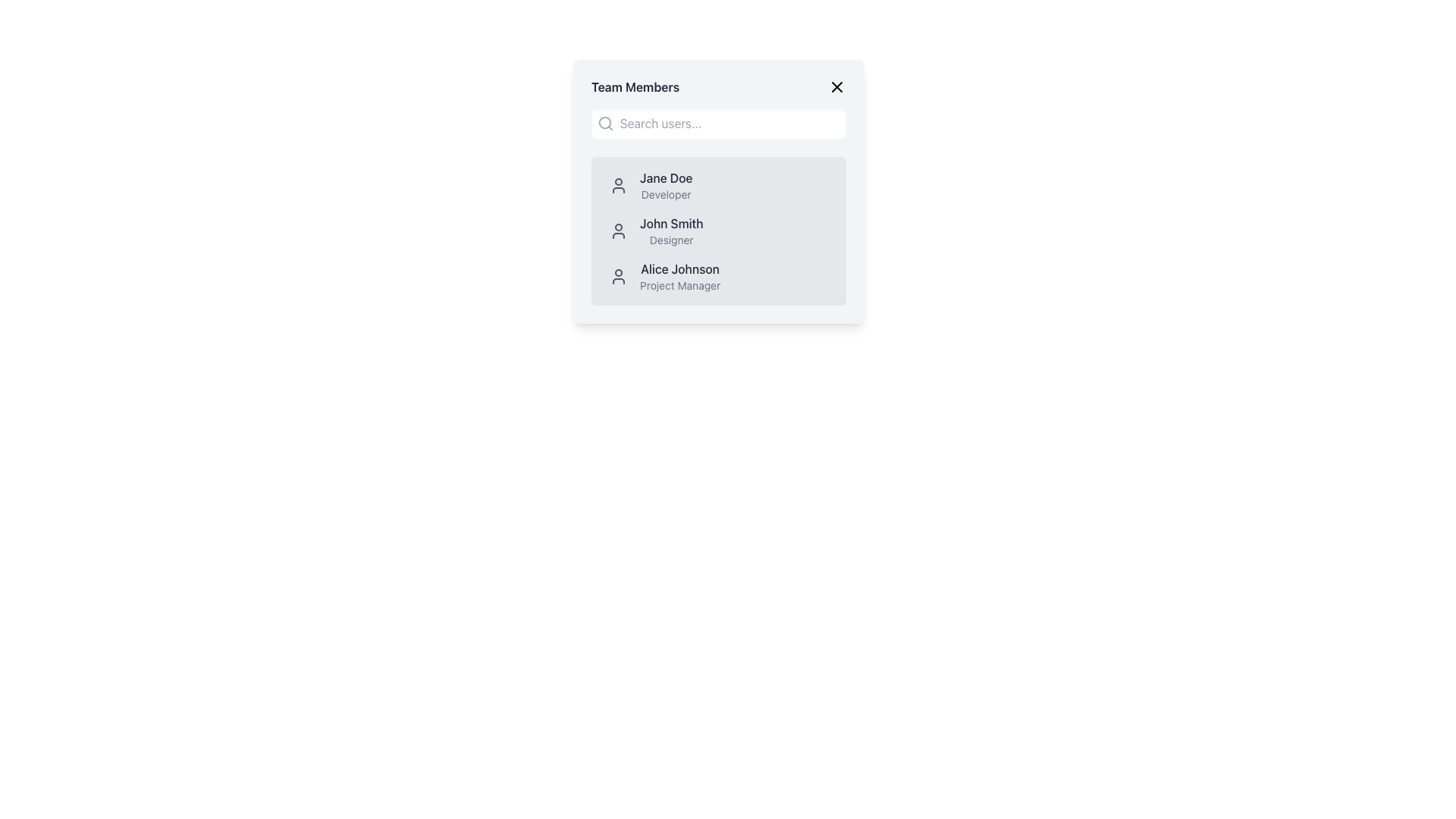 This screenshot has height=819, width=1456. What do you see at coordinates (619, 231) in the screenshot?
I see `the gray outline icon representing 'John Smith Designer'` at bounding box center [619, 231].